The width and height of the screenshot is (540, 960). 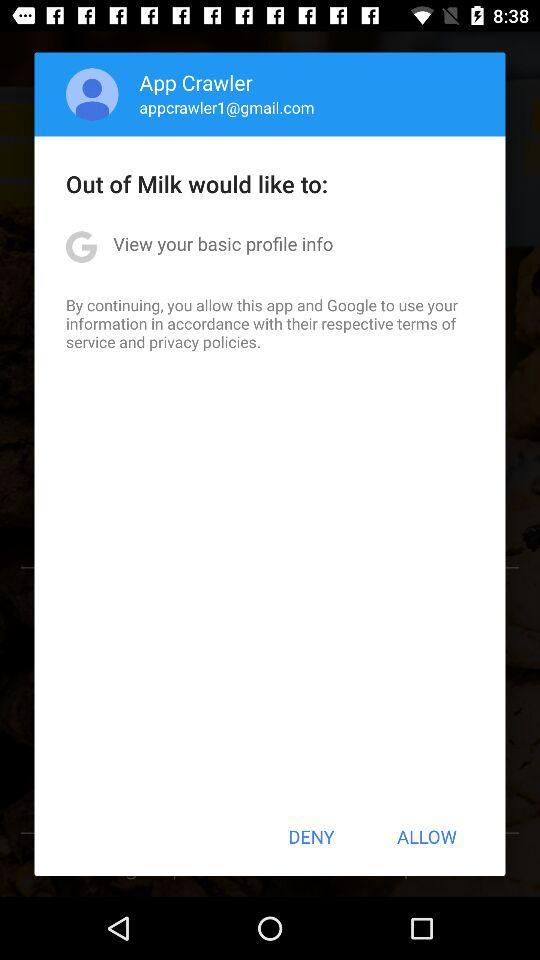 What do you see at coordinates (226, 107) in the screenshot?
I see `app below app crawler item` at bounding box center [226, 107].